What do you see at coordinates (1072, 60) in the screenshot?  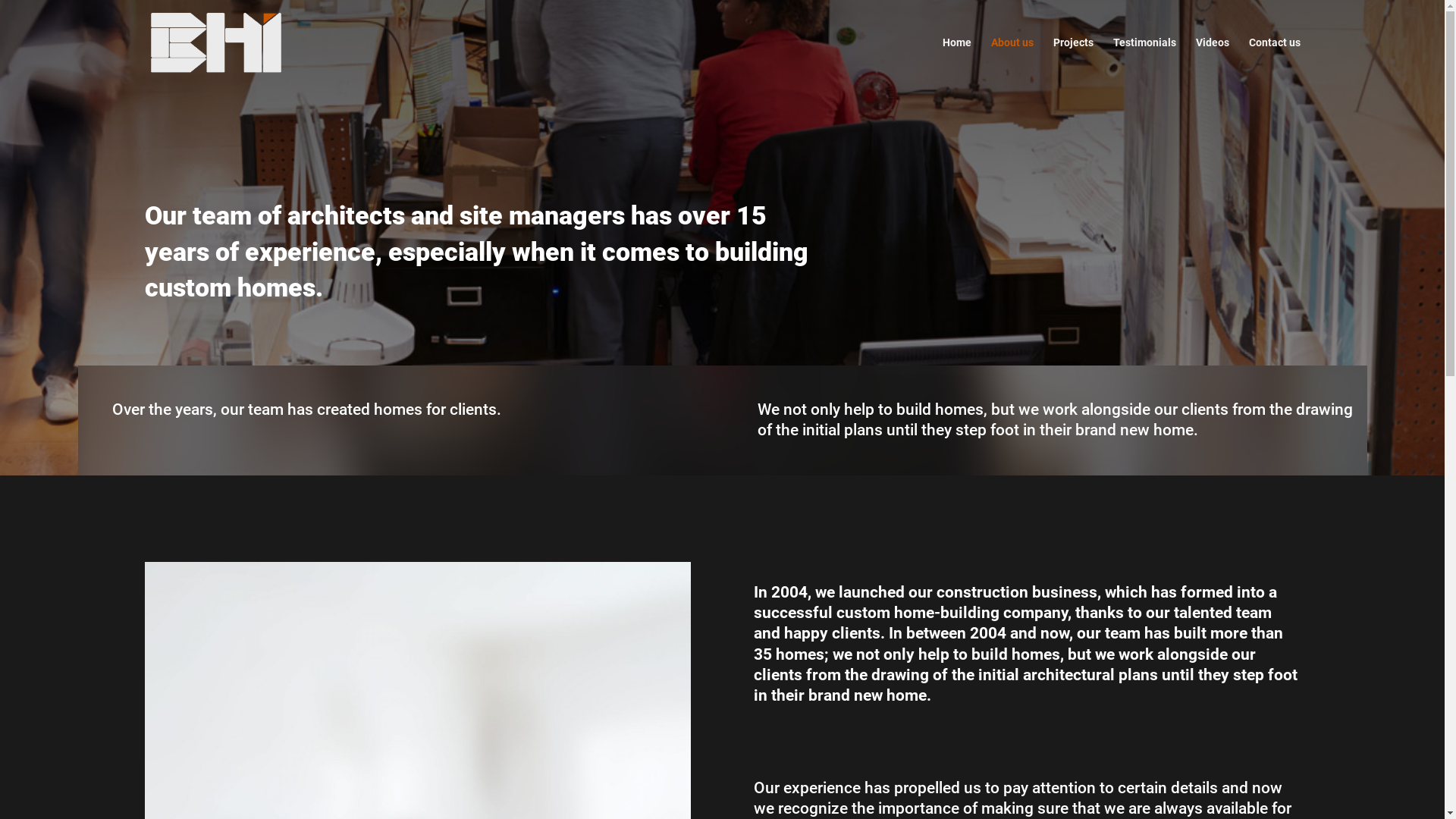 I see `'Projects'` at bounding box center [1072, 60].